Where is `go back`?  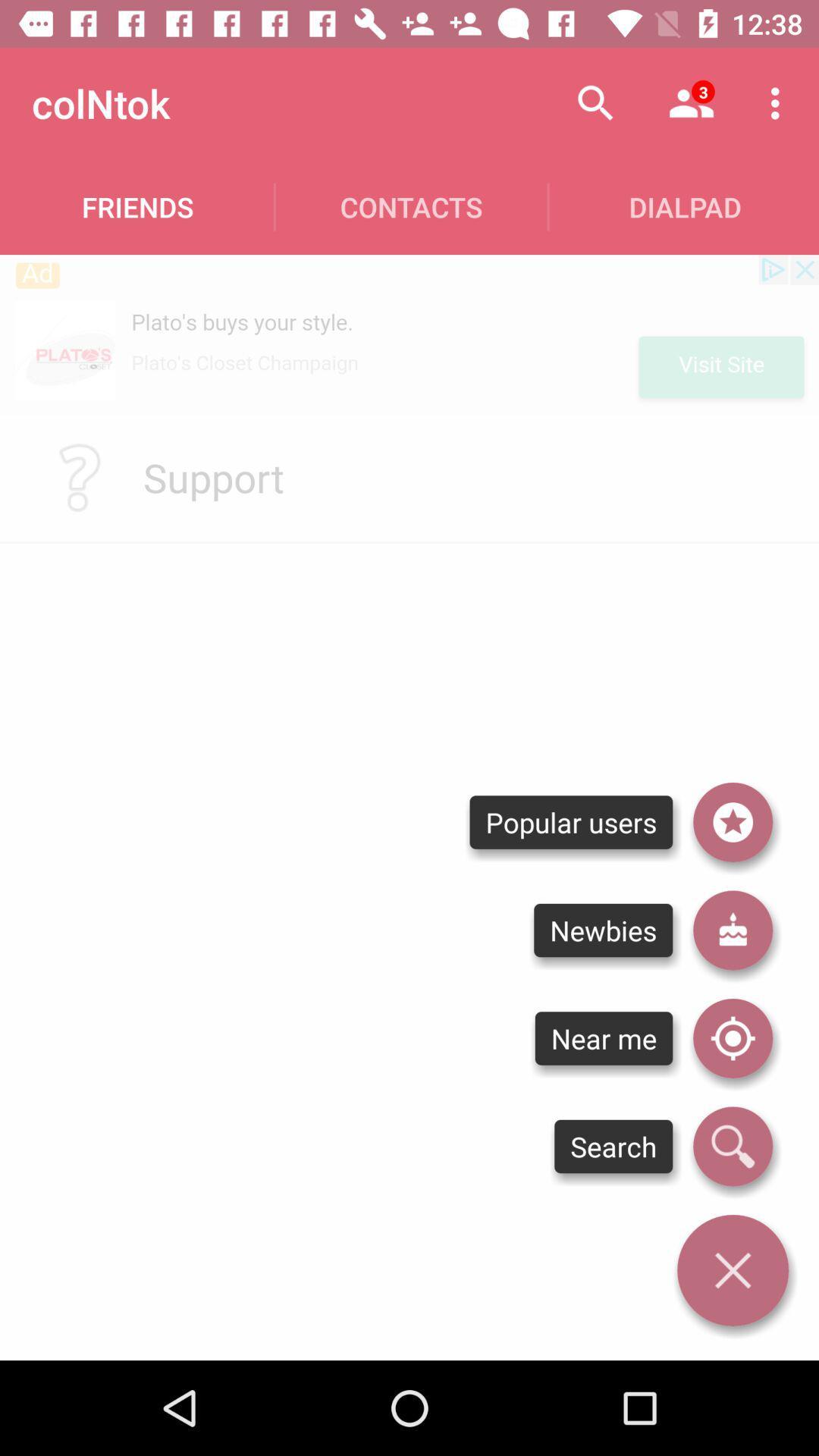 go back is located at coordinates (732, 1270).